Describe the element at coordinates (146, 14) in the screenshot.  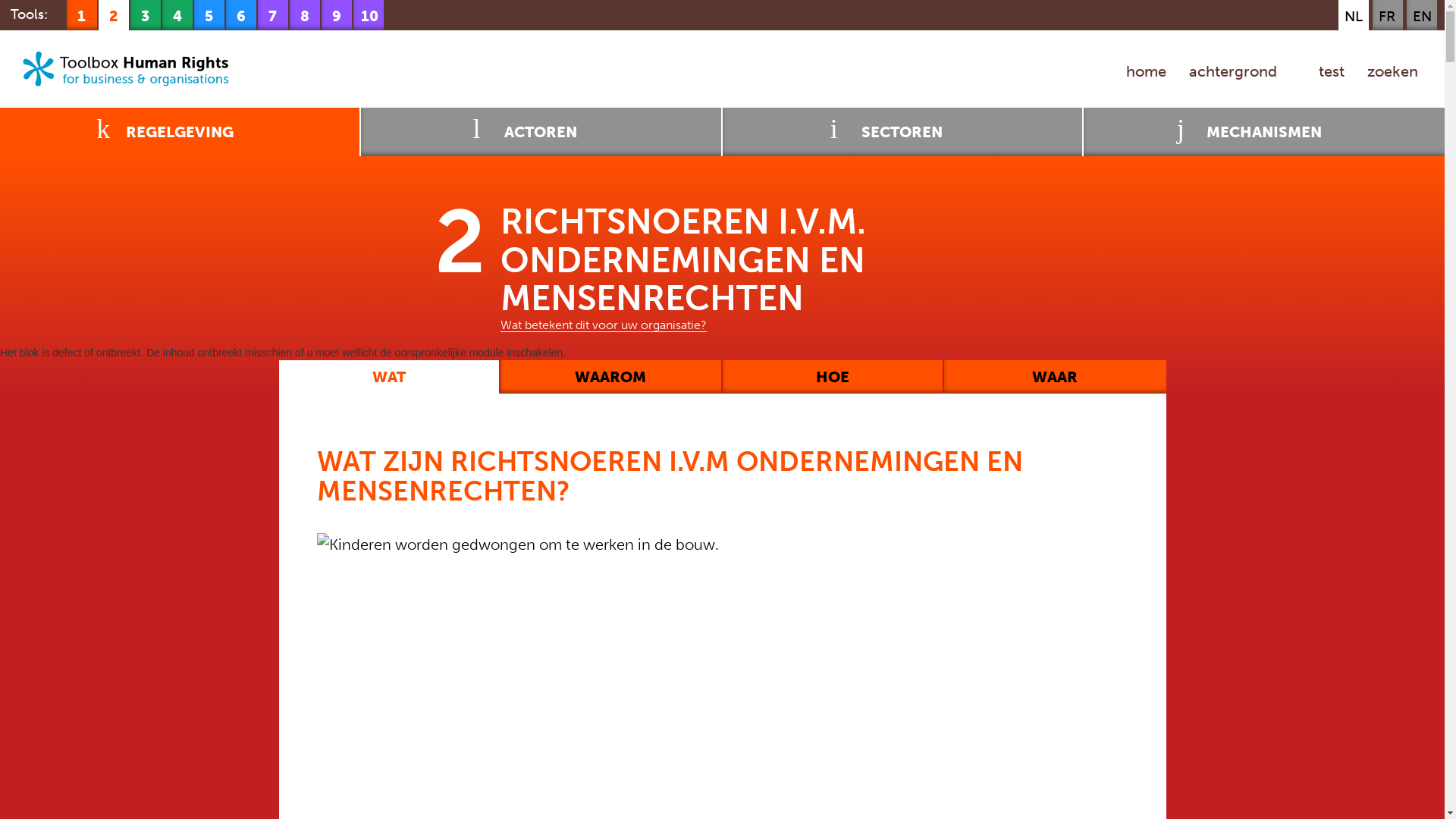
I see `'Organisaties als plichtdragers inzake mensenrechten'` at that location.